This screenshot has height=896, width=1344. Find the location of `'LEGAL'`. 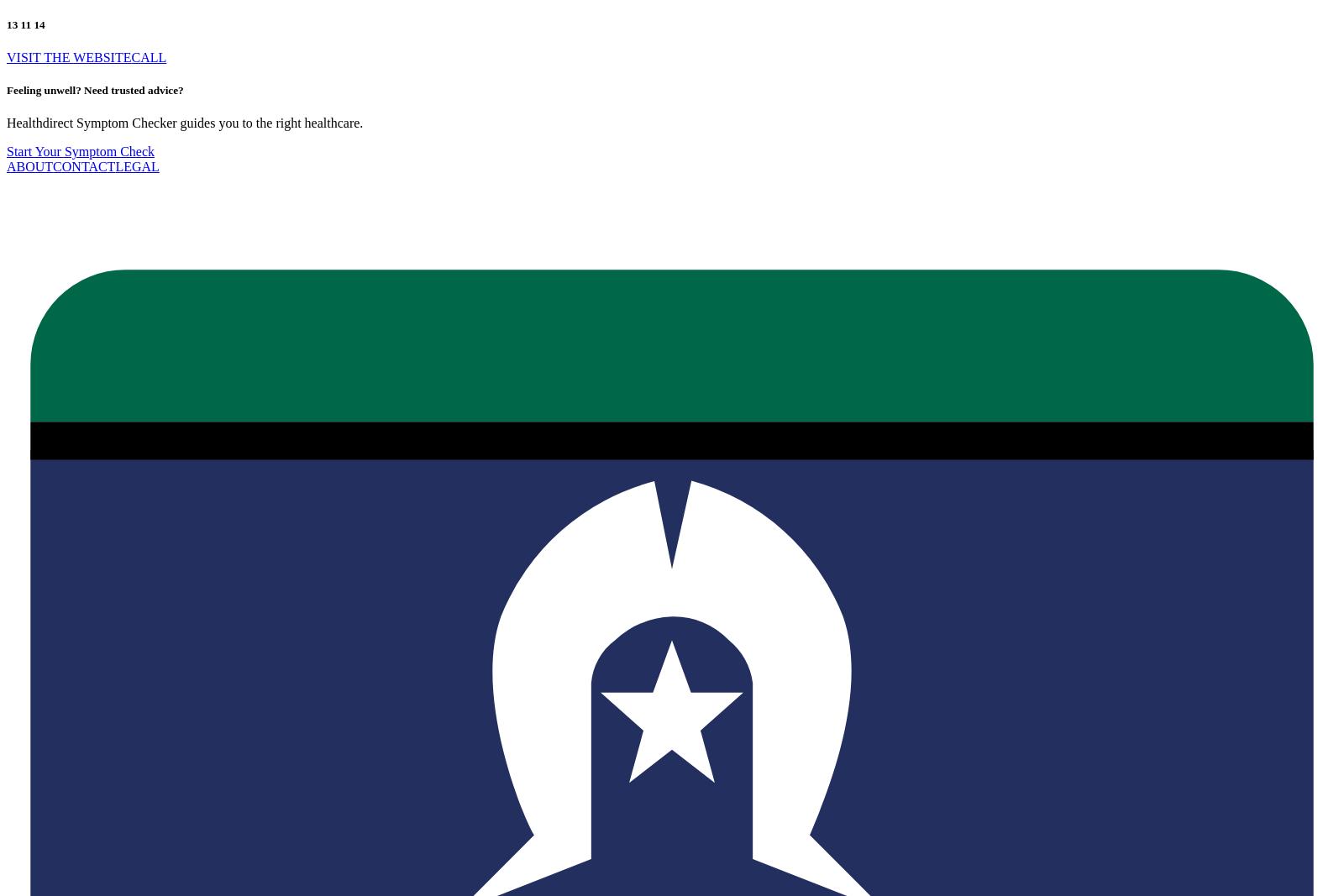

'LEGAL' is located at coordinates (136, 166).